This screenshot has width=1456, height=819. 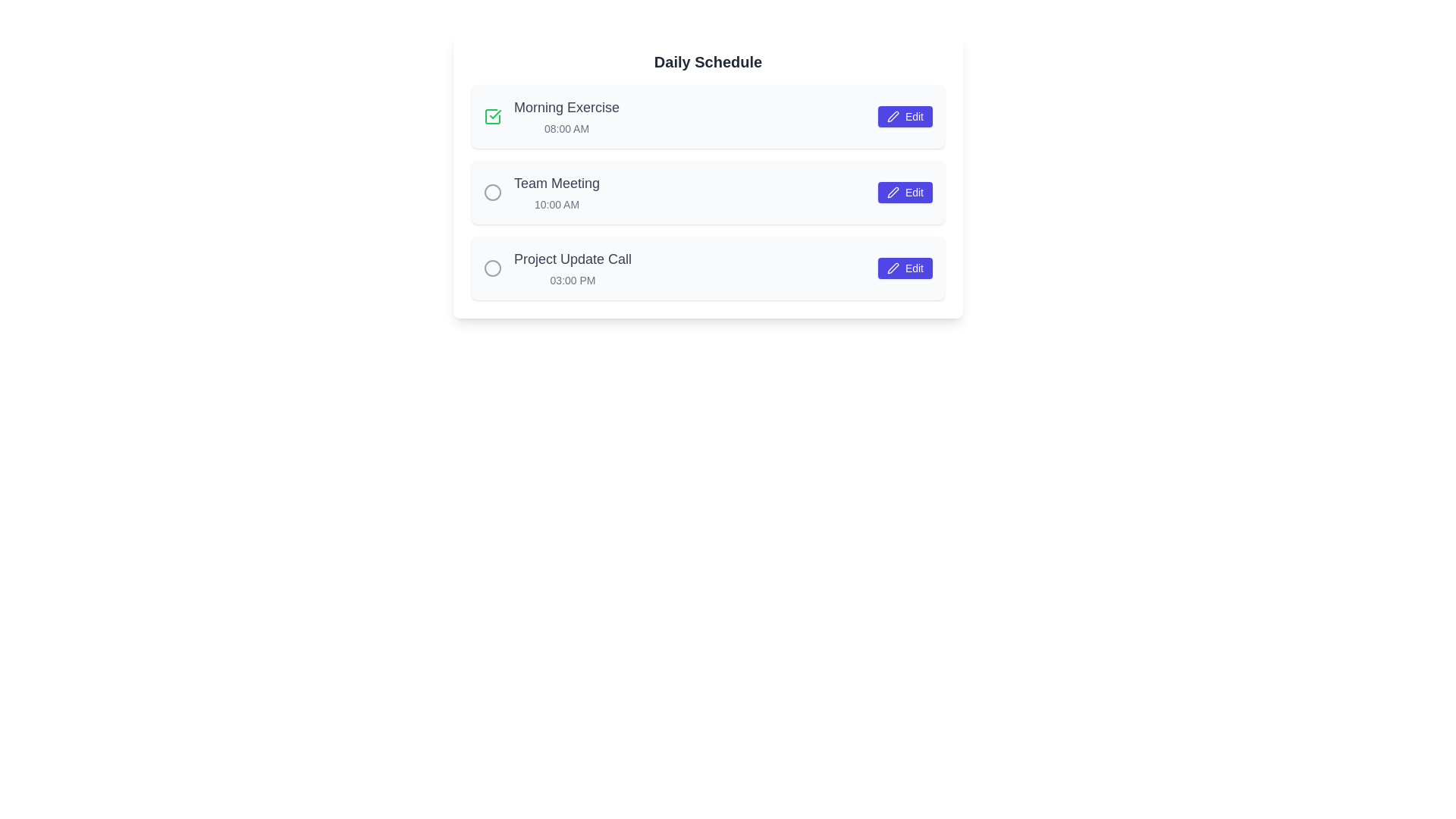 I want to click on the pen icon within the purple 'Edit' button located in the first row of the list under 'Morning Exercise' in the 'Daily Schedule' section, so click(x=893, y=116).